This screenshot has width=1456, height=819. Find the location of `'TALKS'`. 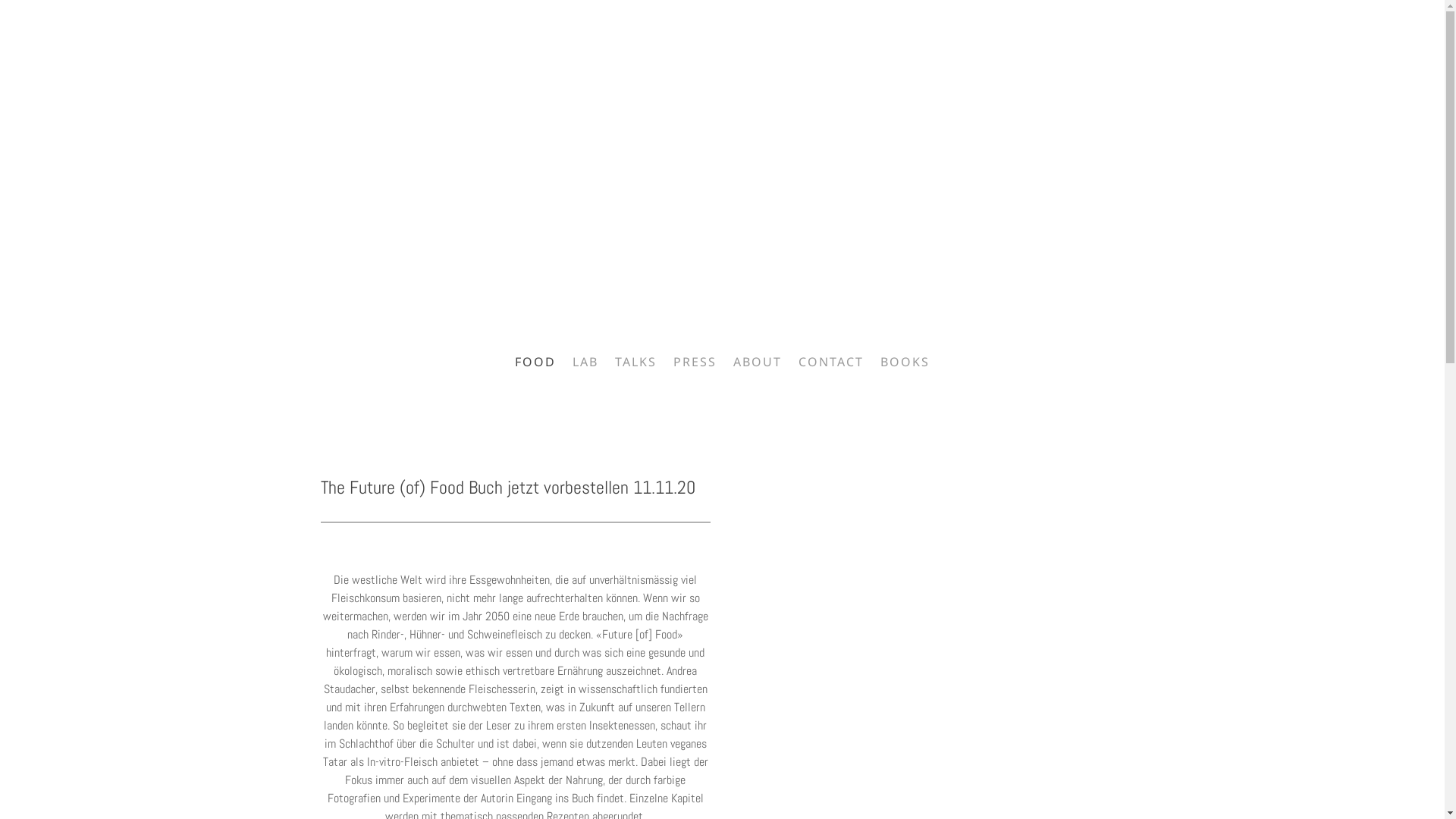

'TALKS' is located at coordinates (607, 362).